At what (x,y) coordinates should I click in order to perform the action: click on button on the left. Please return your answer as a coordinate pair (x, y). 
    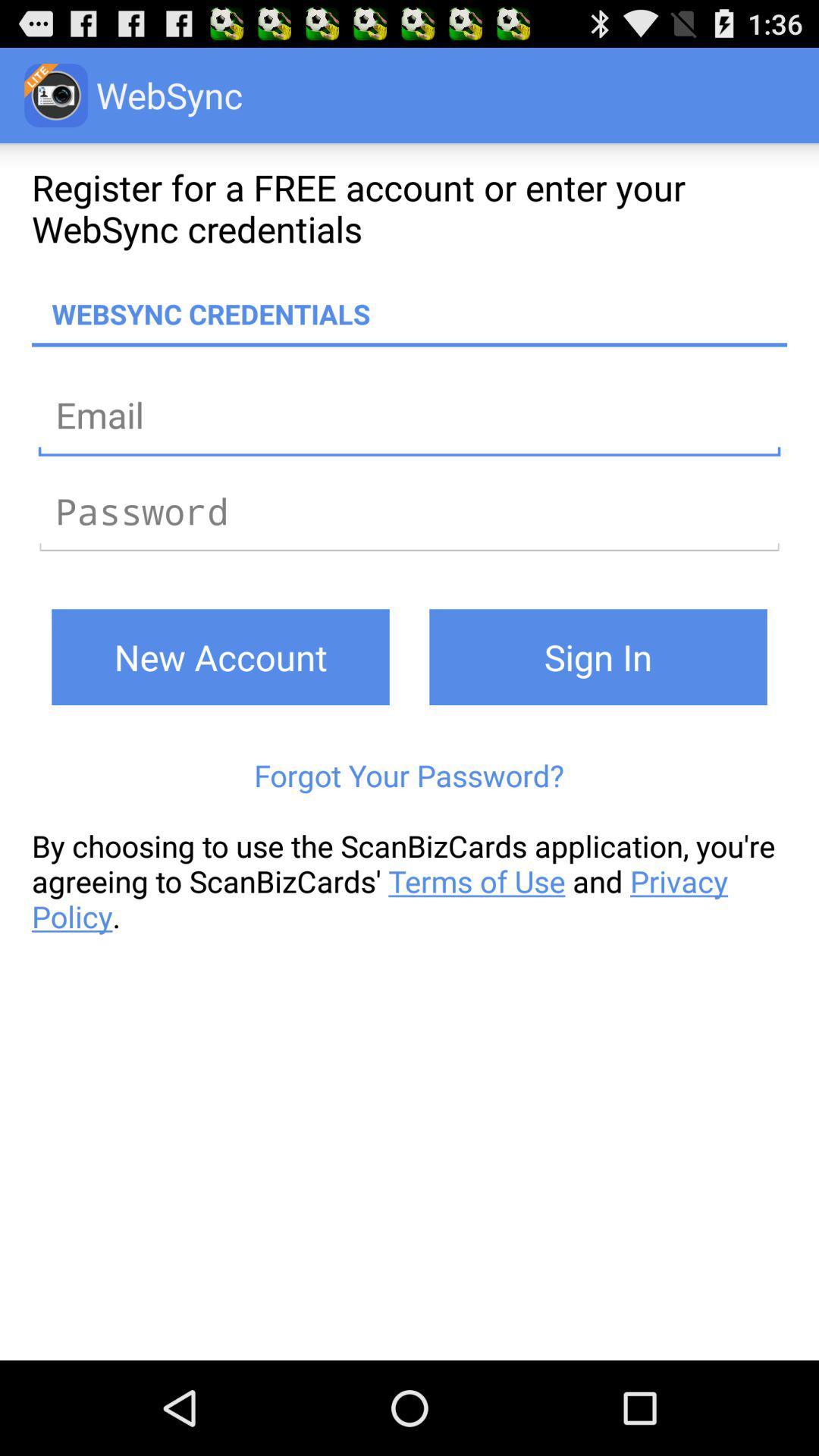
    Looking at the image, I should click on (220, 657).